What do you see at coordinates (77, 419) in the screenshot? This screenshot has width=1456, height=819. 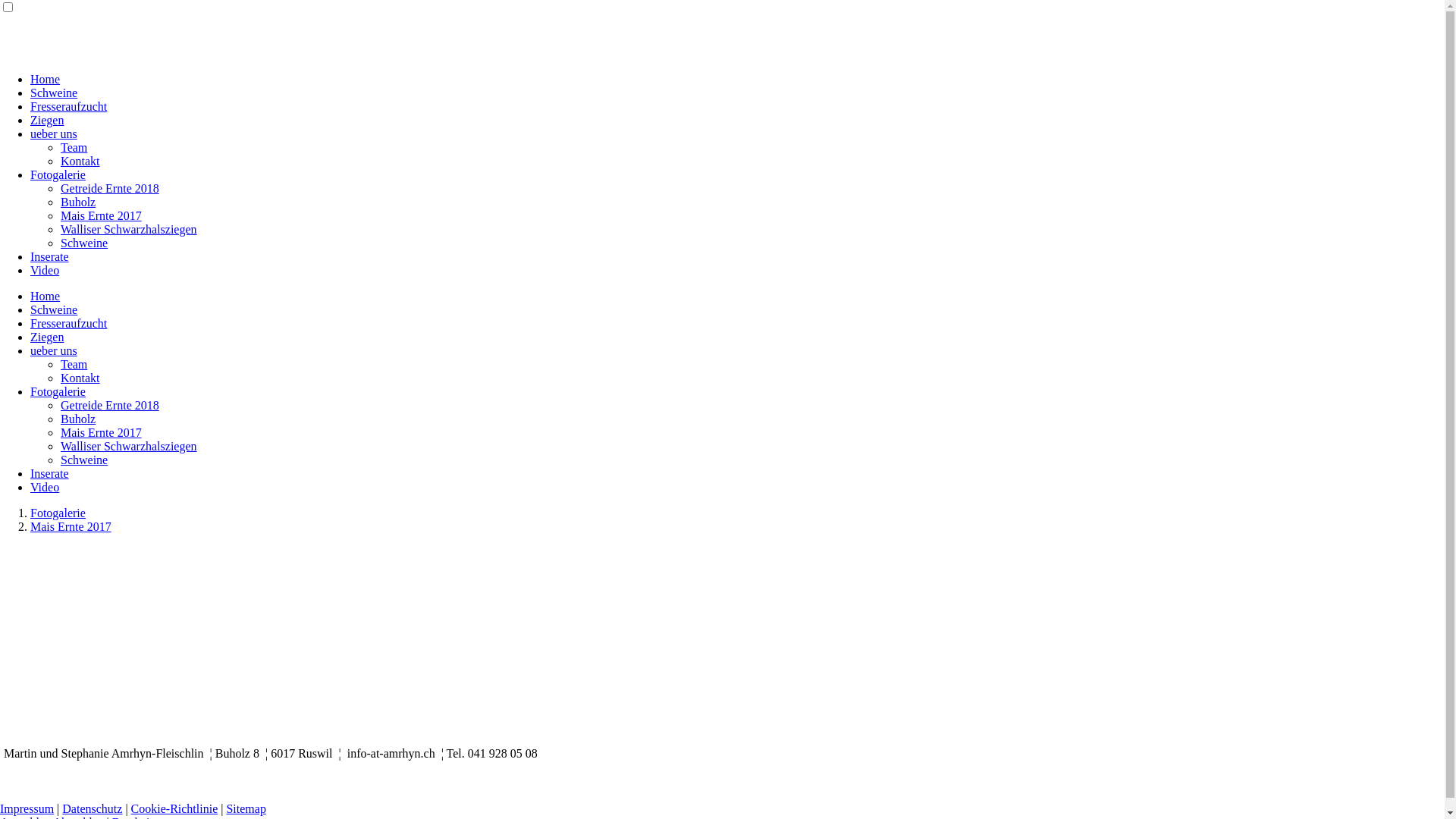 I see `'Buholz'` at bounding box center [77, 419].